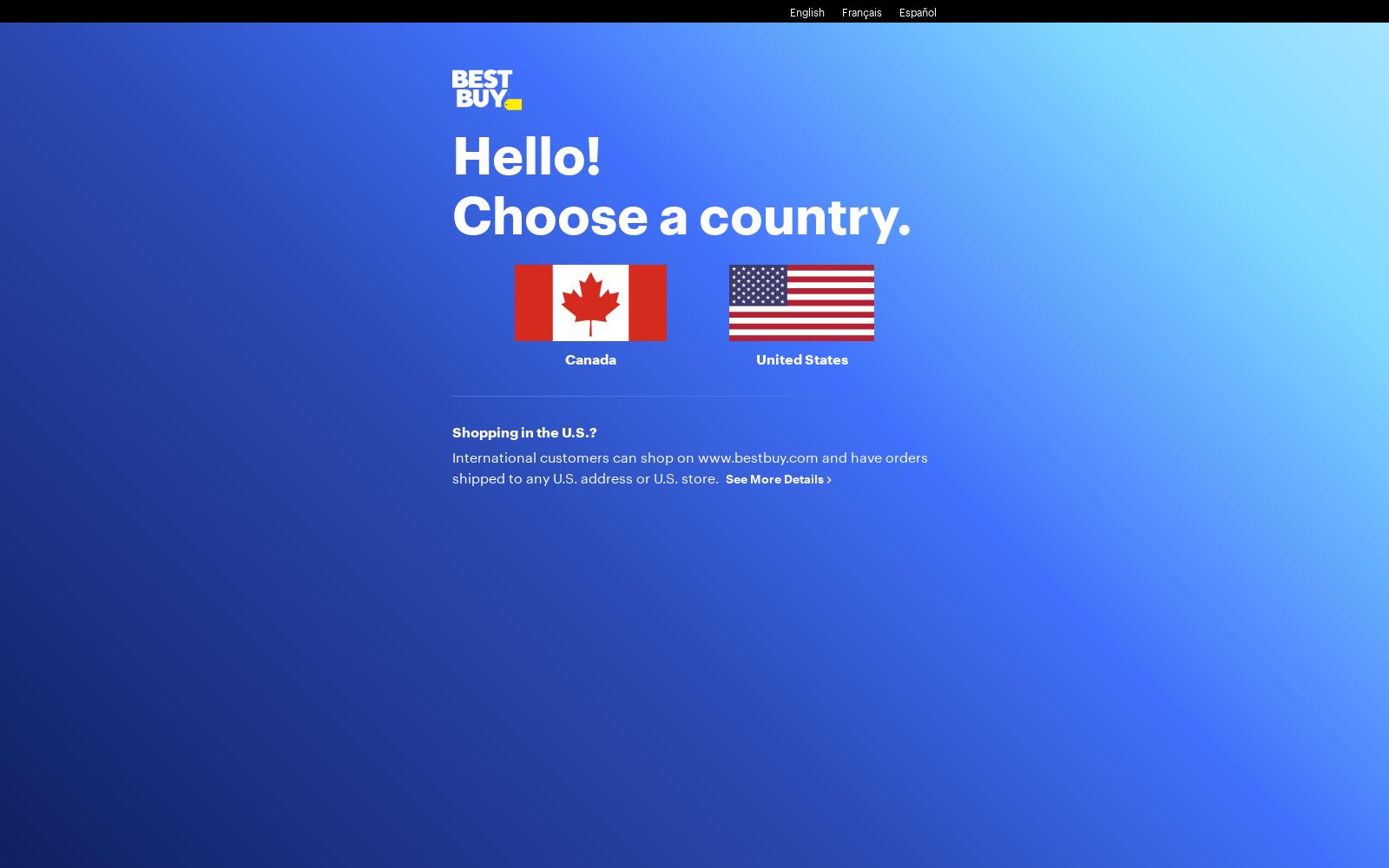 The width and height of the screenshot is (1389, 868). What do you see at coordinates (918, 12) in the screenshot?
I see `'Español'` at bounding box center [918, 12].